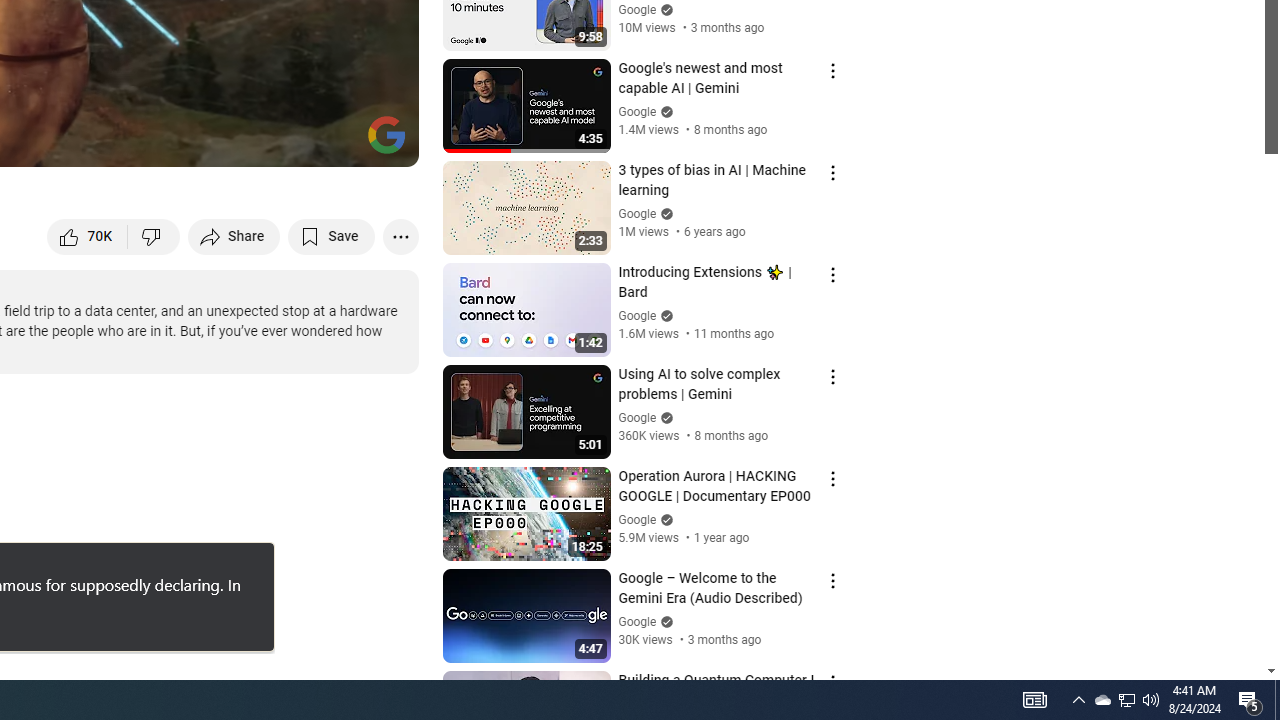 Image resolution: width=1280 pixels, height=720 pixels. I want to click on 'Subtitles/closed captions unavailable', so click(190, 141).